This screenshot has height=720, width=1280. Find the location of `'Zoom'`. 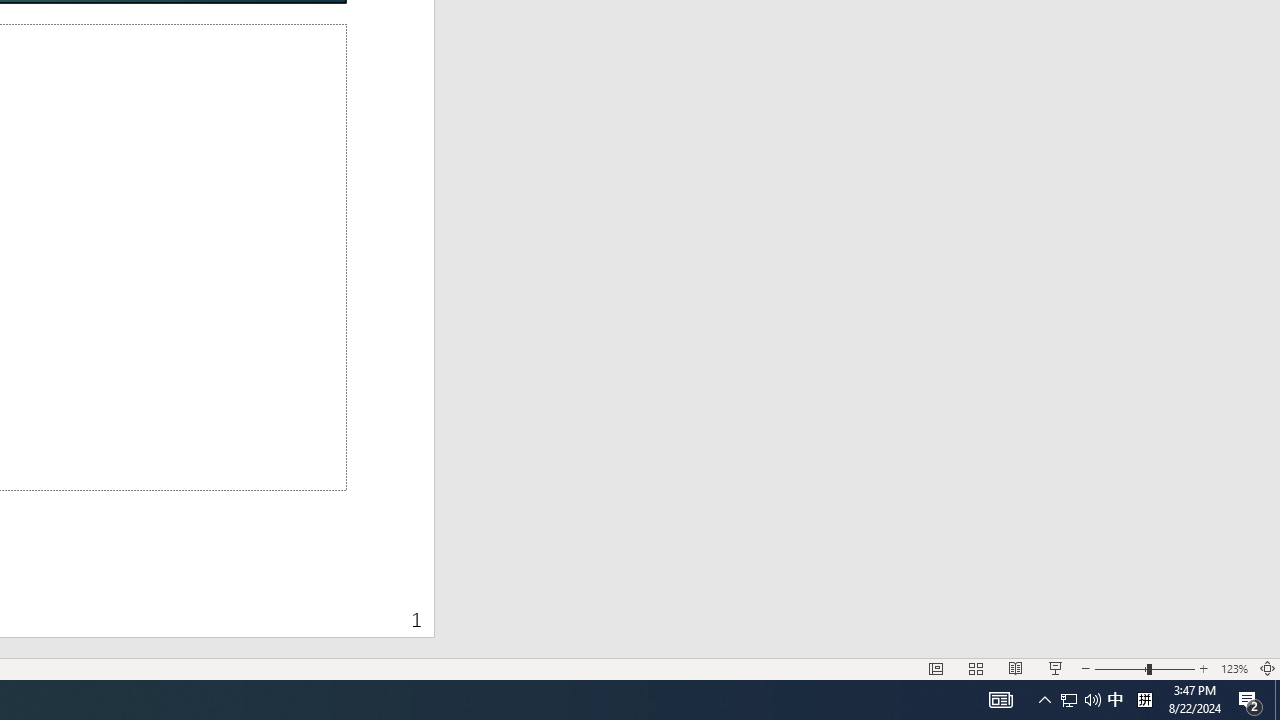

'Zoom' is located at coordinates (1144, 669).